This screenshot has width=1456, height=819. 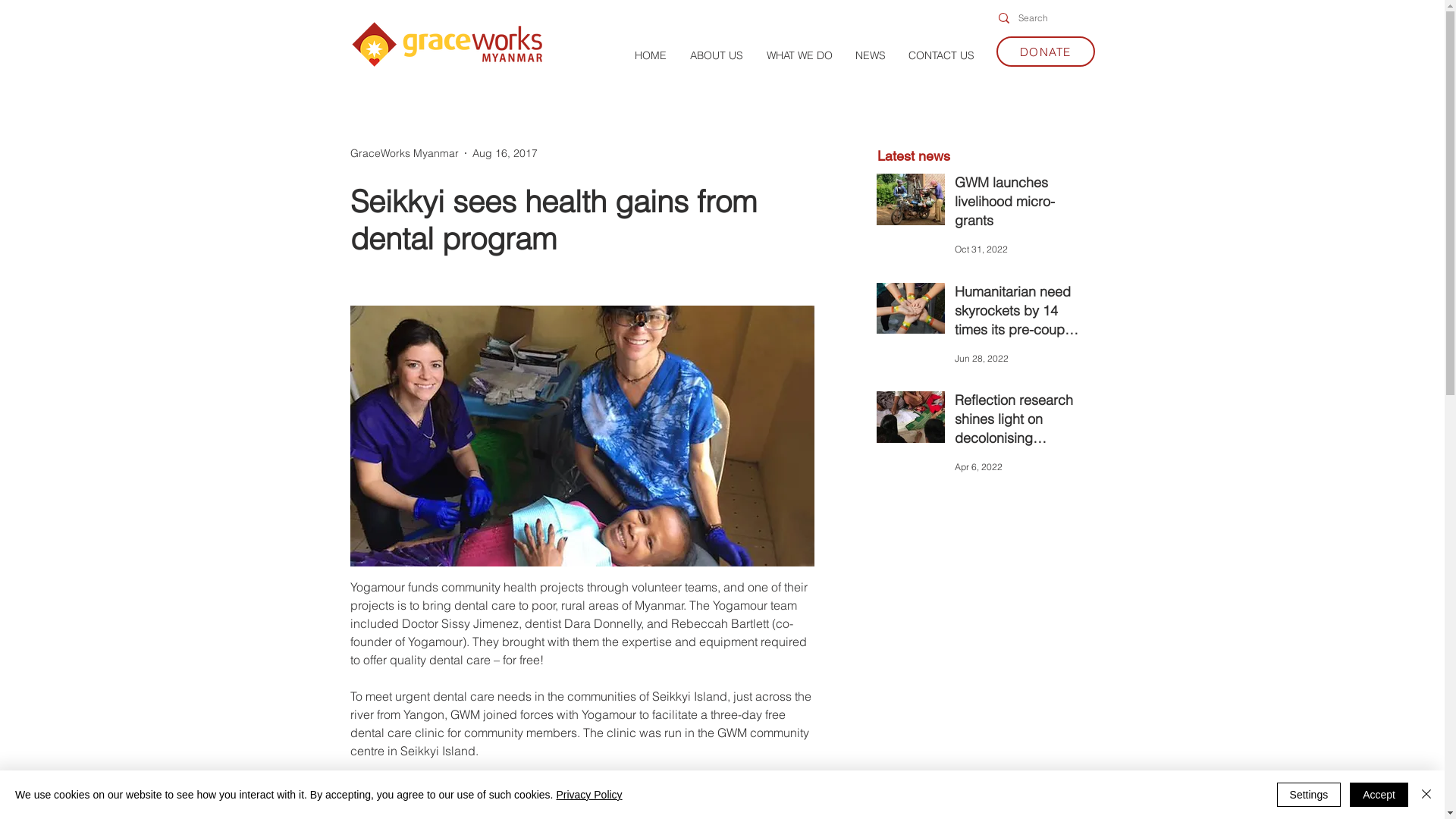 What do you see at coordinates (1308, 794) in the screenshot?
I see `'Settings'` at bounding box center [1308, 794].